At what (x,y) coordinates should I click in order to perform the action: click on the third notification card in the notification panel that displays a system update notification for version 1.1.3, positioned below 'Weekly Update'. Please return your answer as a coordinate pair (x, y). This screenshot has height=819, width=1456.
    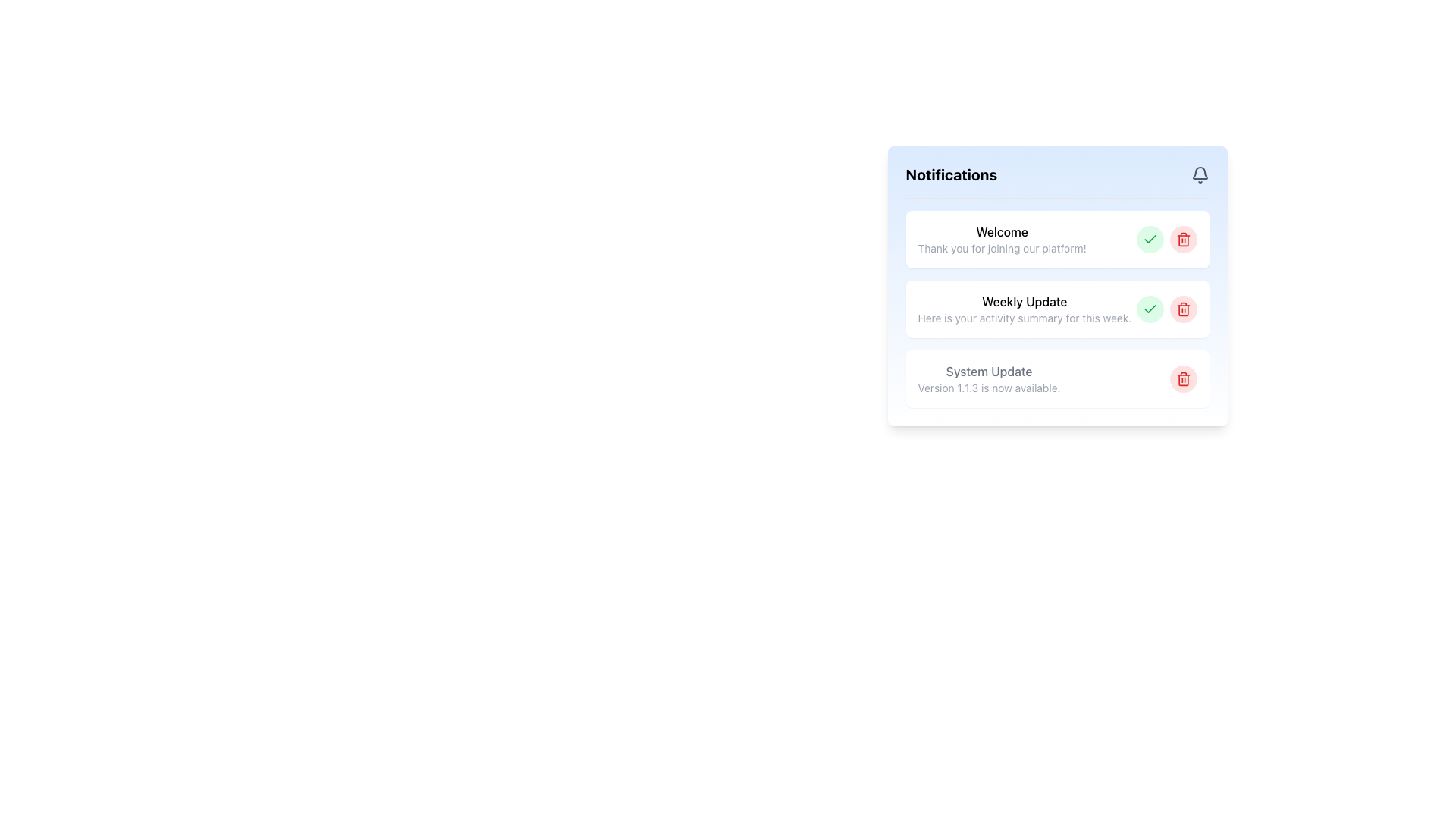
    Looking at the image, I should click on (1056, 378).